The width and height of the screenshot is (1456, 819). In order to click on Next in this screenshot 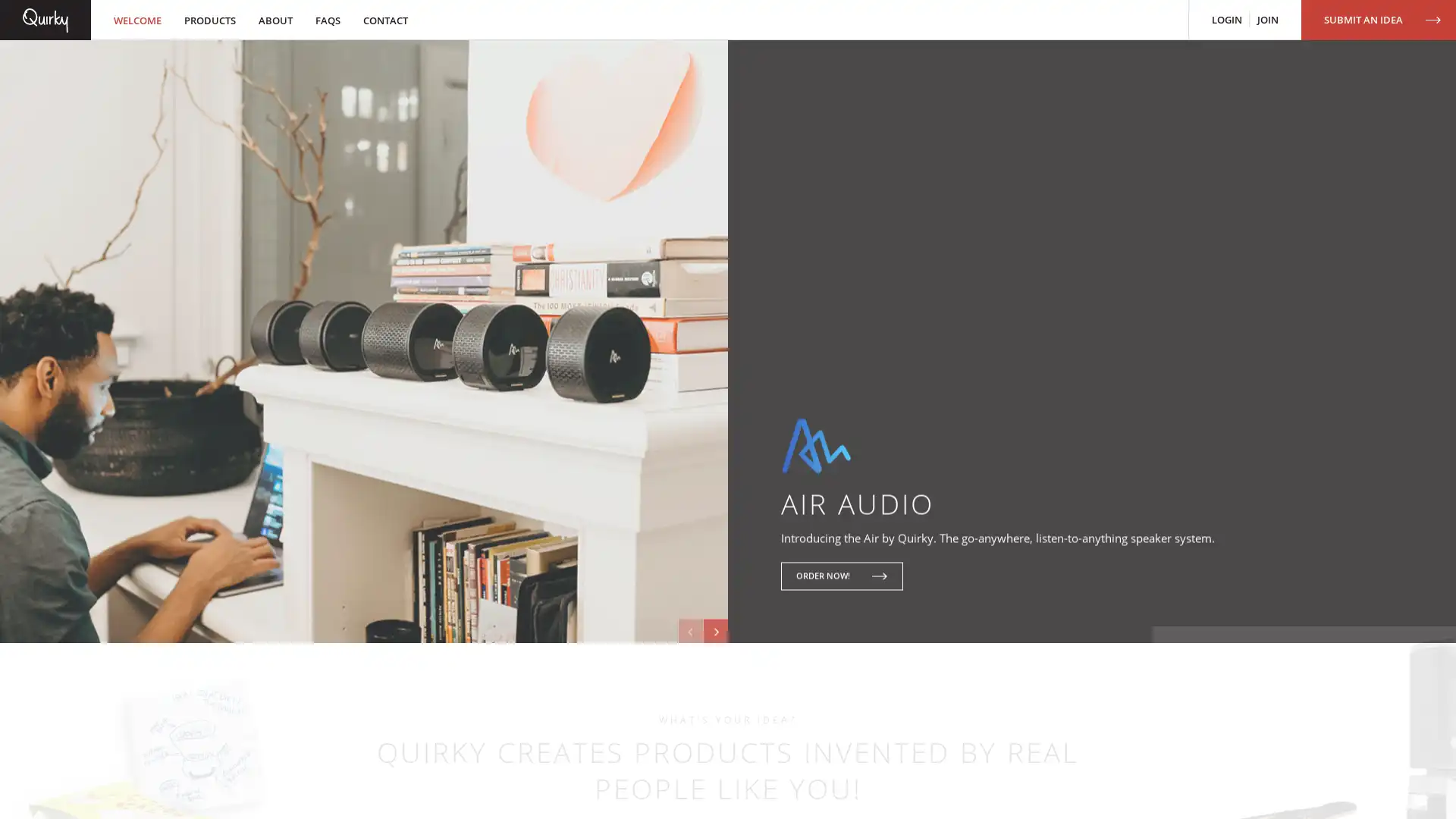, I will do `click(712, 632)`.